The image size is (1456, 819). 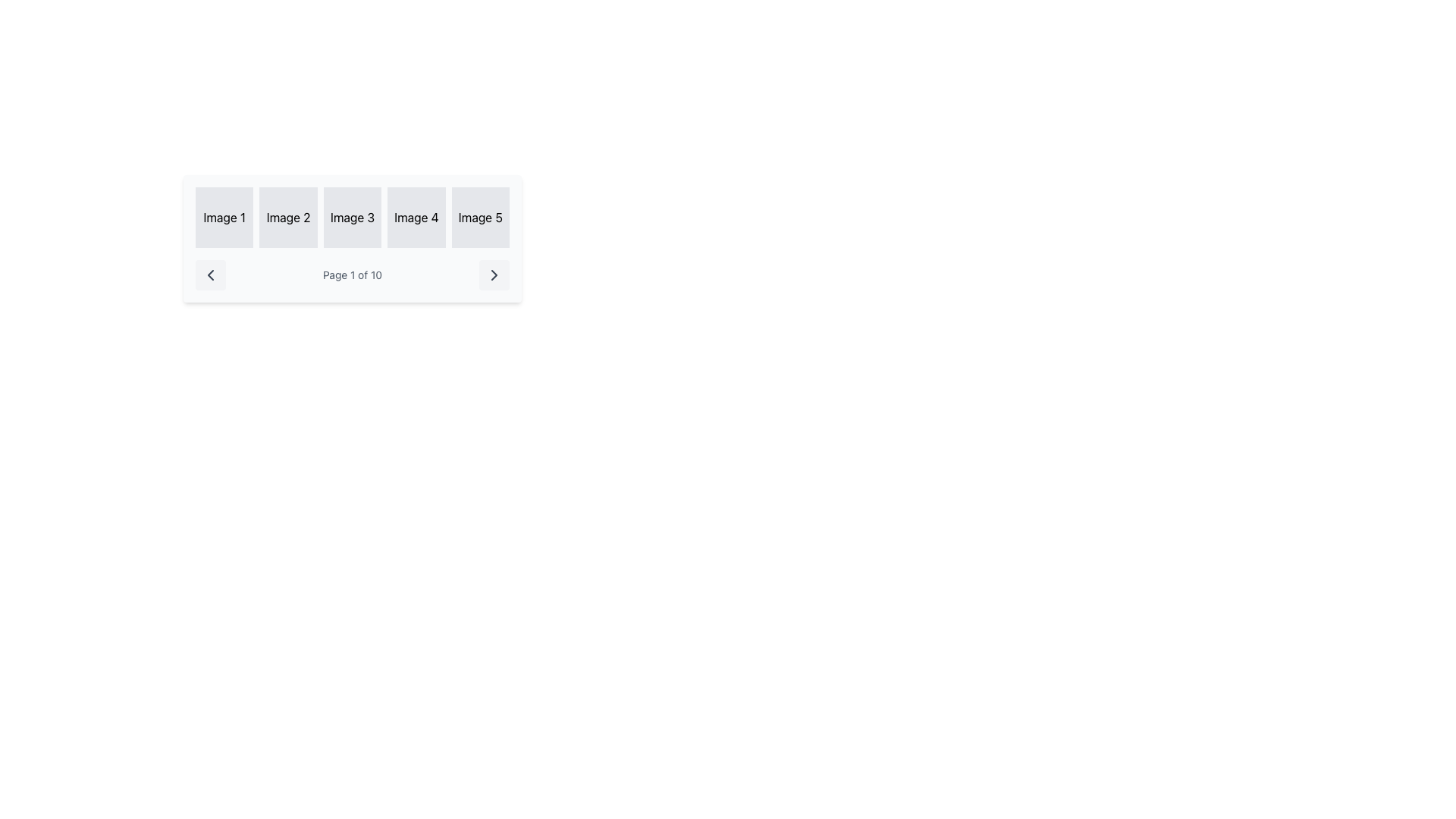 I want to click on the Pagination control that displays 'Page 1 of 10' with navigational arrows on both sides, located at the bottom of the image grid section, so click(x=352, y=275).